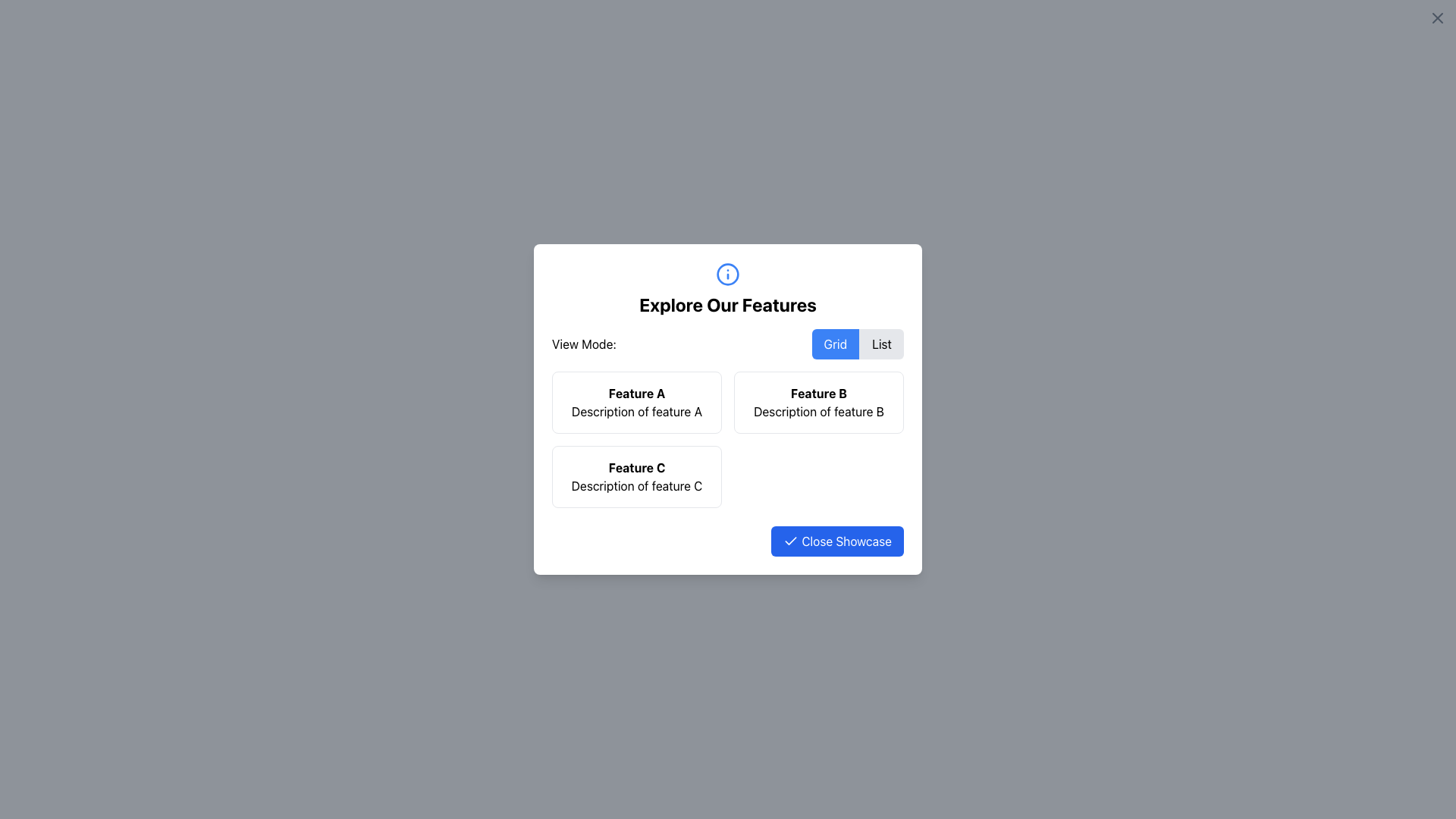 This screenshot has width=1456, height=819. What do you see at coordinates (728, 275) in the screenshot?
I see `the blue 'i' icon enclosed within a circular border, positioned above the header text 'Explore Our Features', to receive more information` at bounding box center [728, 275].